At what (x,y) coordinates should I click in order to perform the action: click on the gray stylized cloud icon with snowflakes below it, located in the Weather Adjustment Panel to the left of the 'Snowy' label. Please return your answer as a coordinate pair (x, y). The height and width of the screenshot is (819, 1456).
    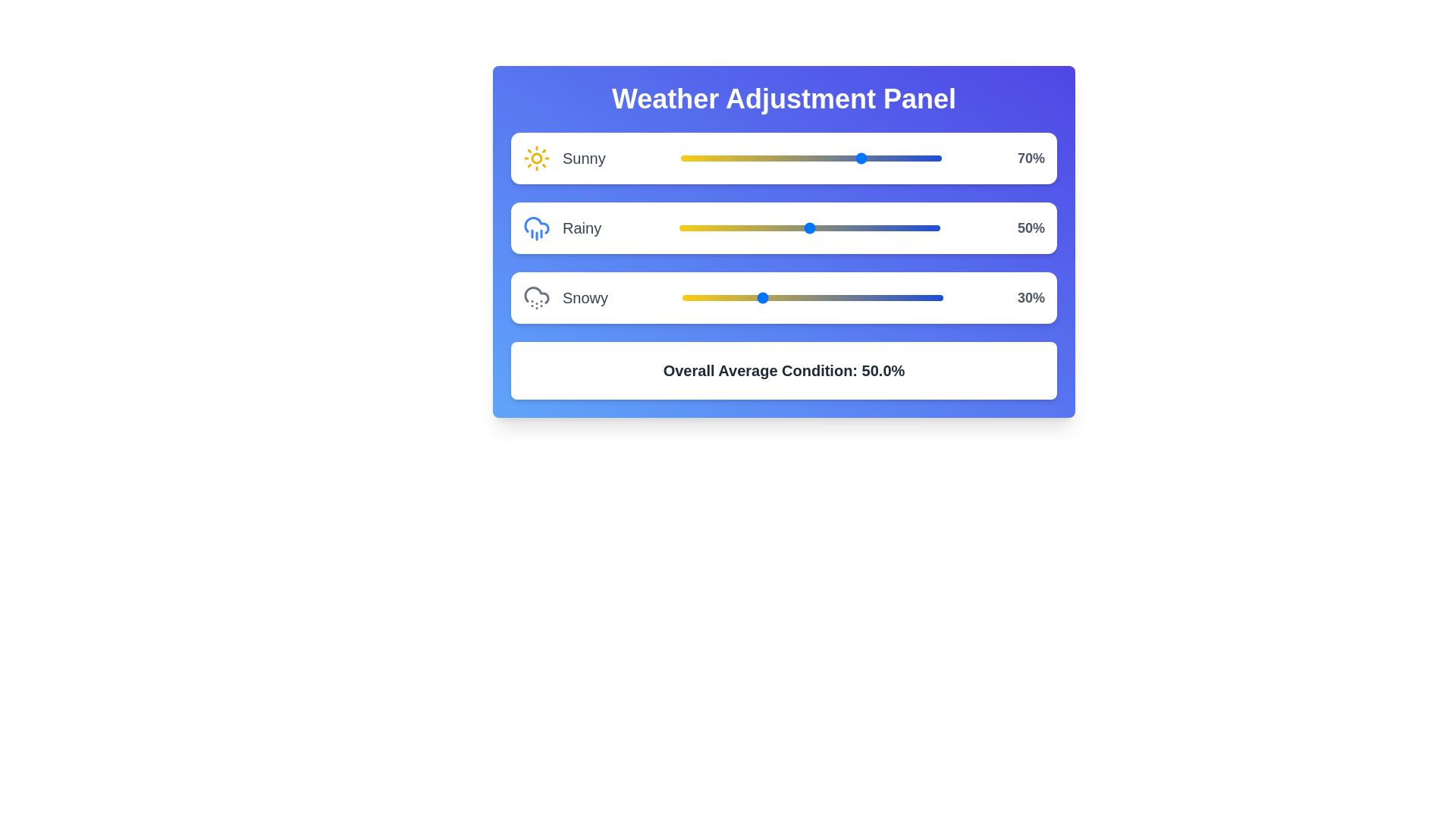
    Looking at the image, I should click on (537, 298).